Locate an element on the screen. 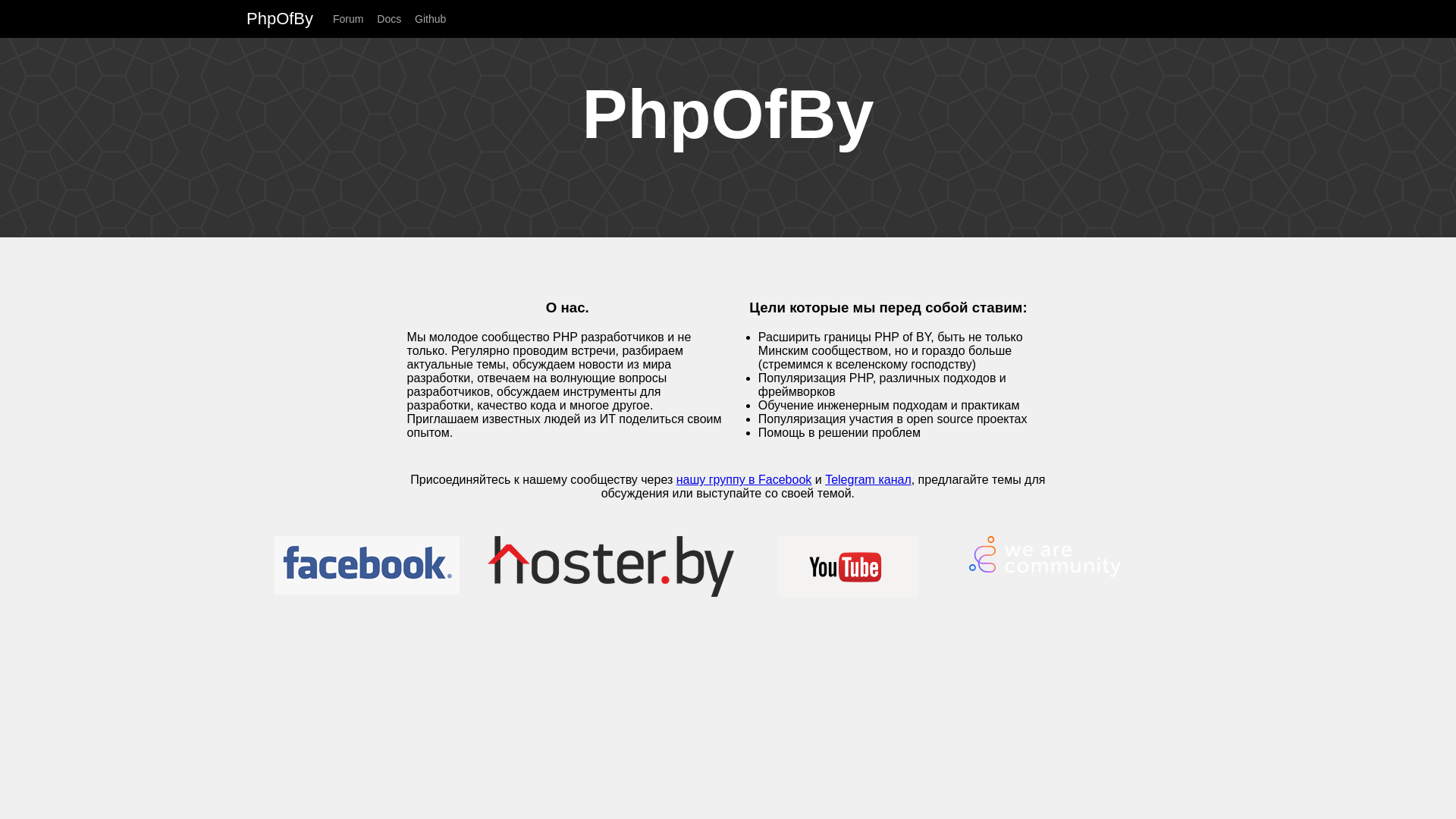 The image size is (1456, 819). 'Docs' is located at coordinates (394, 18).